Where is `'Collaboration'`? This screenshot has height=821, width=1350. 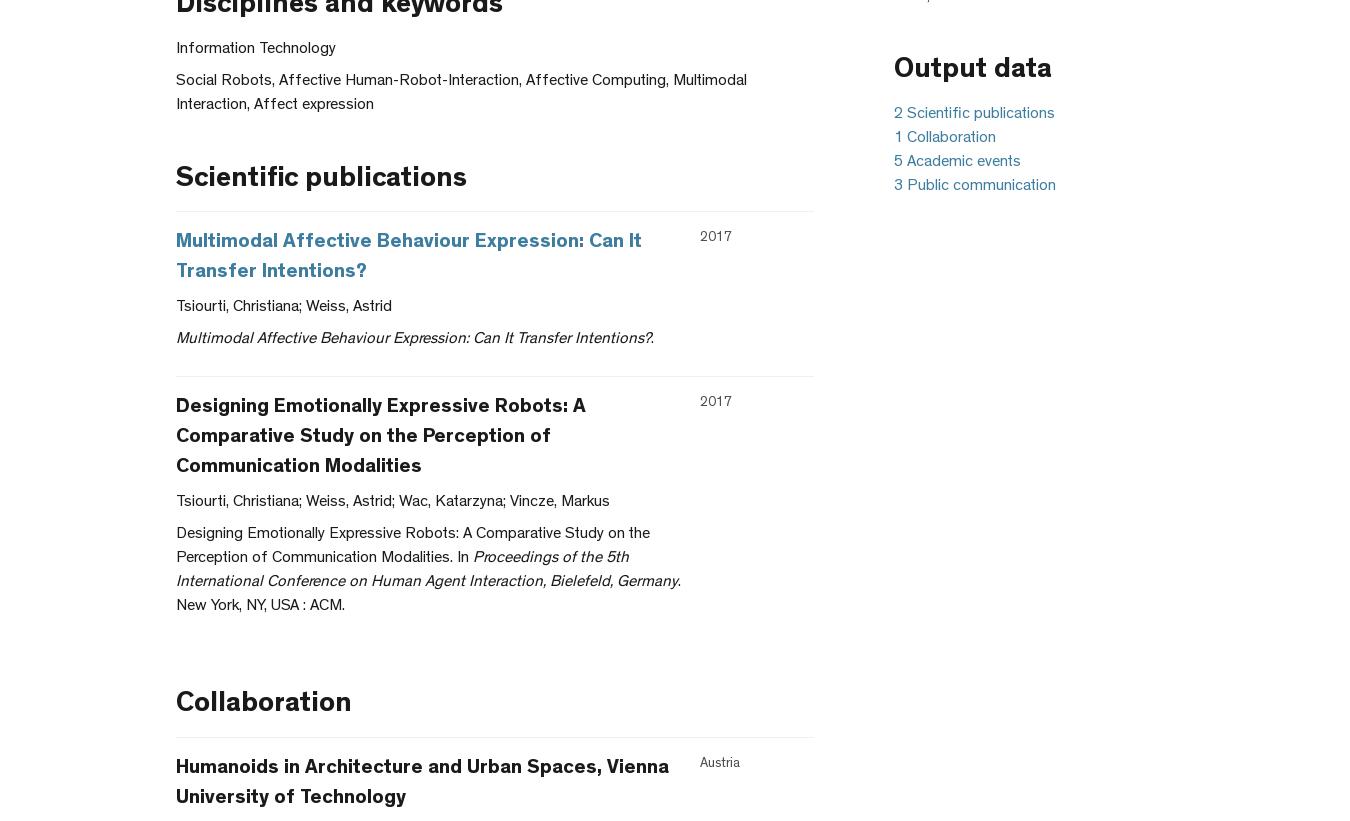 'Collaboration' is located at coordinates (263, 705).